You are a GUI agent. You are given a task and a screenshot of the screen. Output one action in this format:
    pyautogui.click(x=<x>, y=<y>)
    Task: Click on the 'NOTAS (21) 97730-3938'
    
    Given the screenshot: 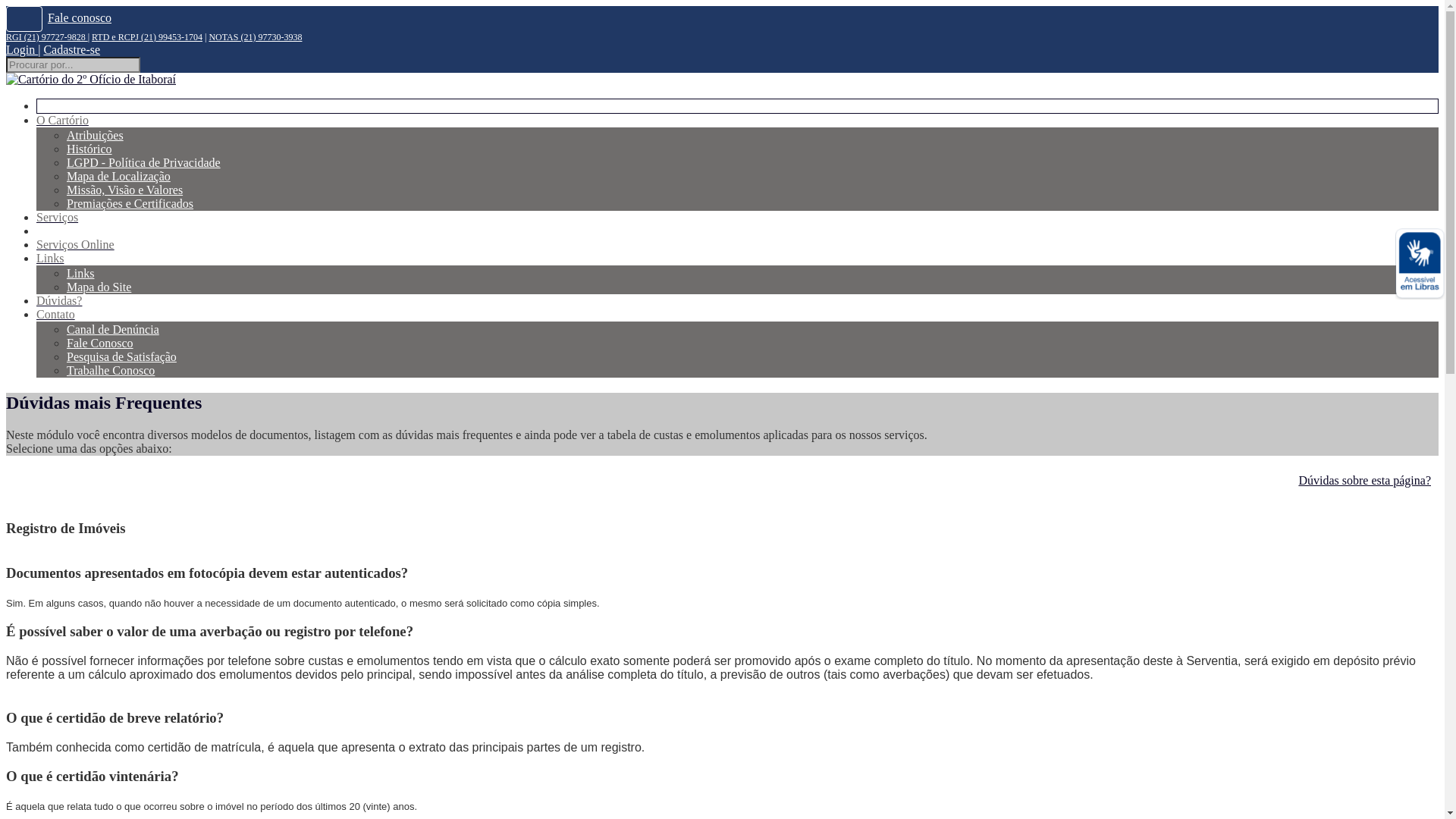 What is the action you would take?
    pyautogui.click(x=255, y=36)
    